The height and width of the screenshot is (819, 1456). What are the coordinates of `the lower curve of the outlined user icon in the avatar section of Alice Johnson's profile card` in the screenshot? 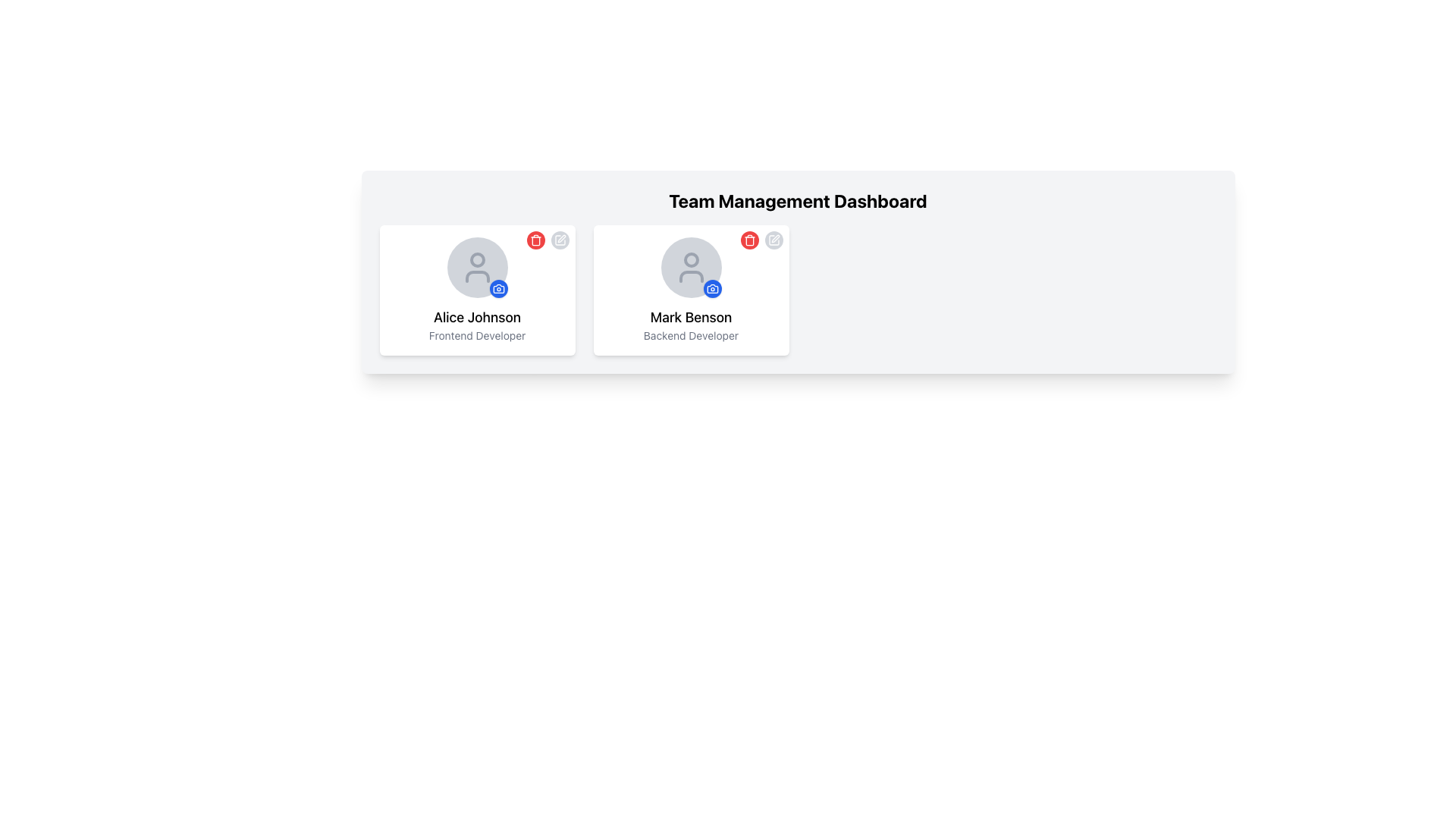 It's located at (476, 277).